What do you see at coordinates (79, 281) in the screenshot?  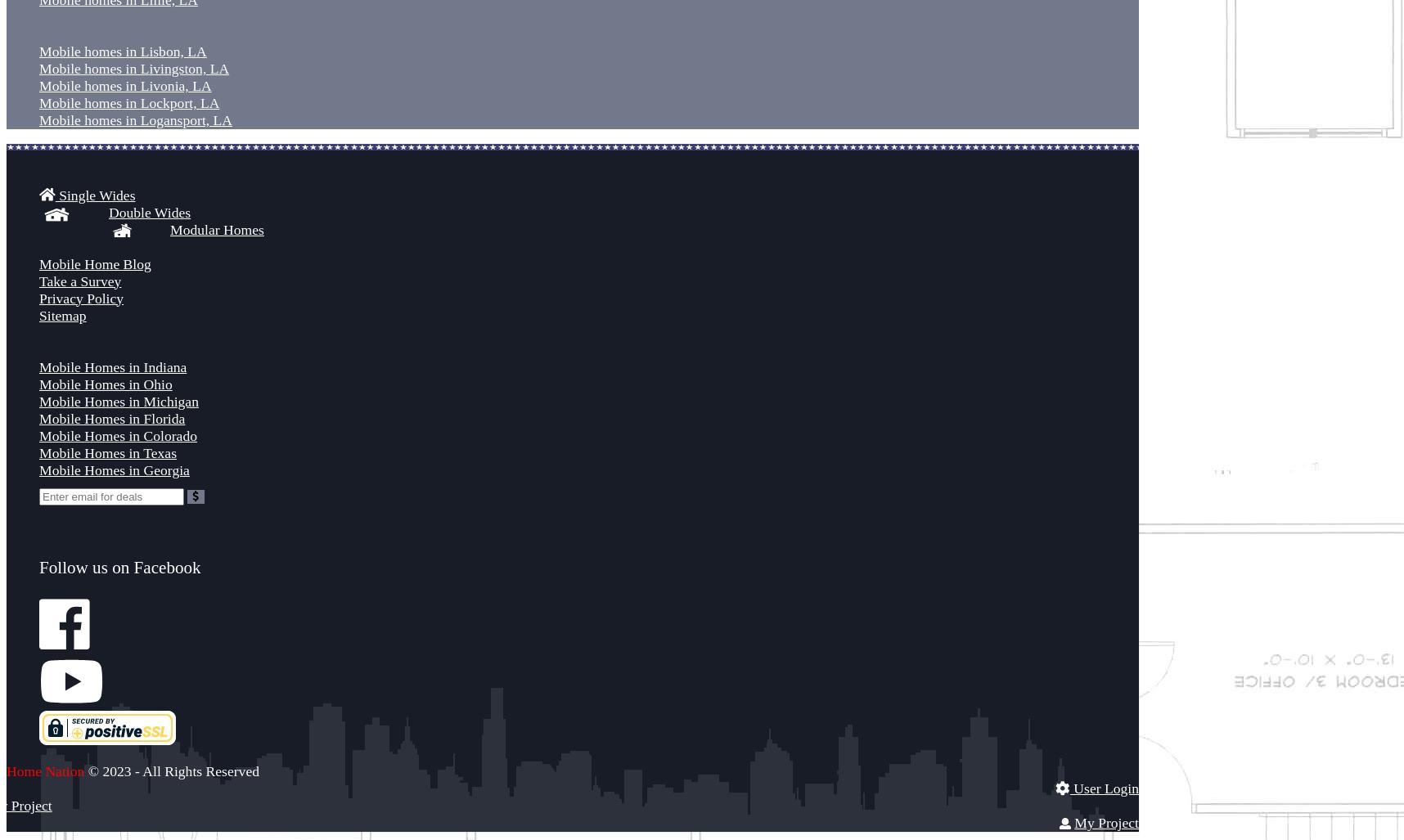 I see `'Take a Survey'` at bounding box center [79, 281].